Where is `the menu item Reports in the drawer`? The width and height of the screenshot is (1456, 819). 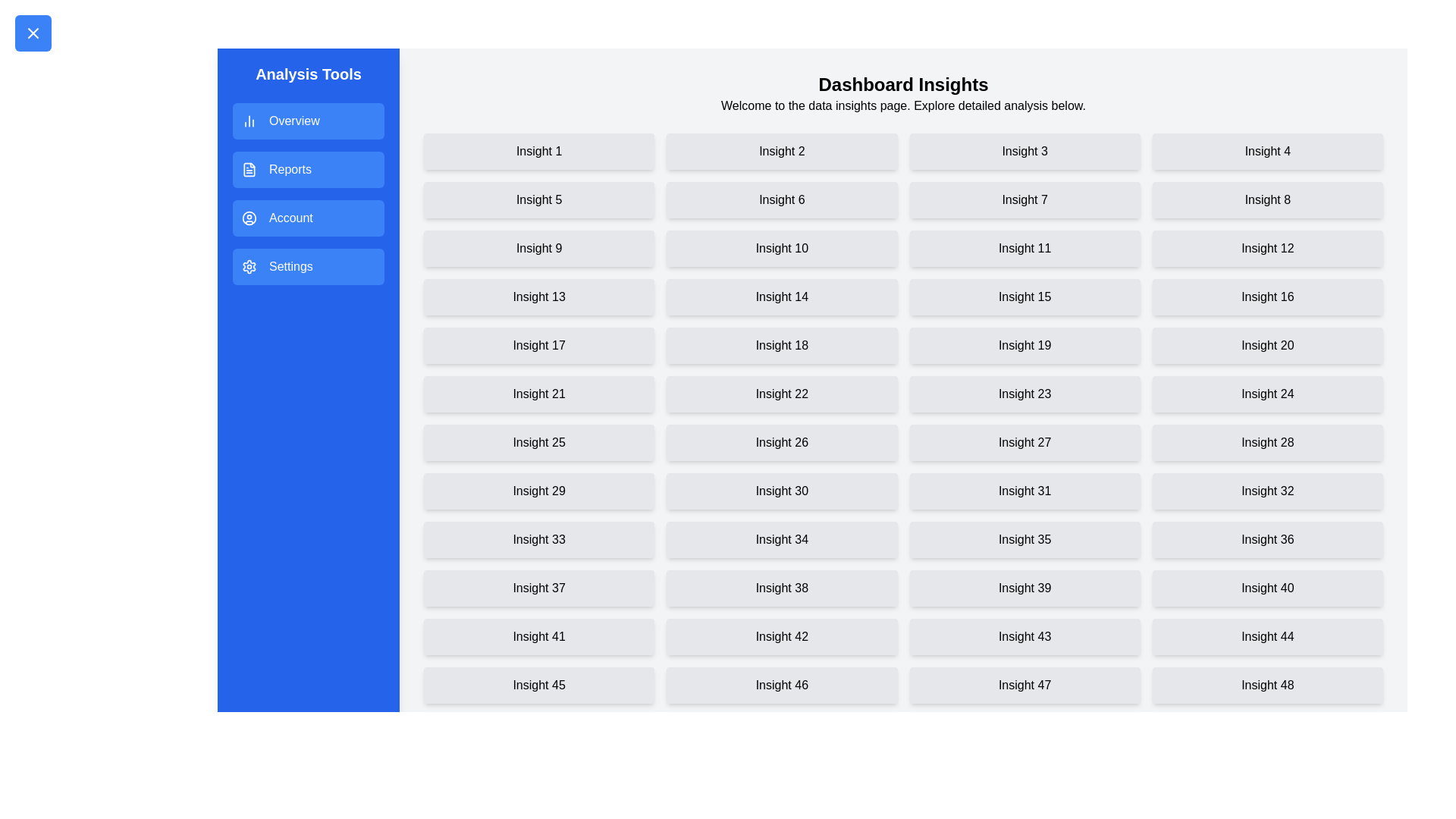 the menu item Reports in the drawer is located at coordinates (308, 169).